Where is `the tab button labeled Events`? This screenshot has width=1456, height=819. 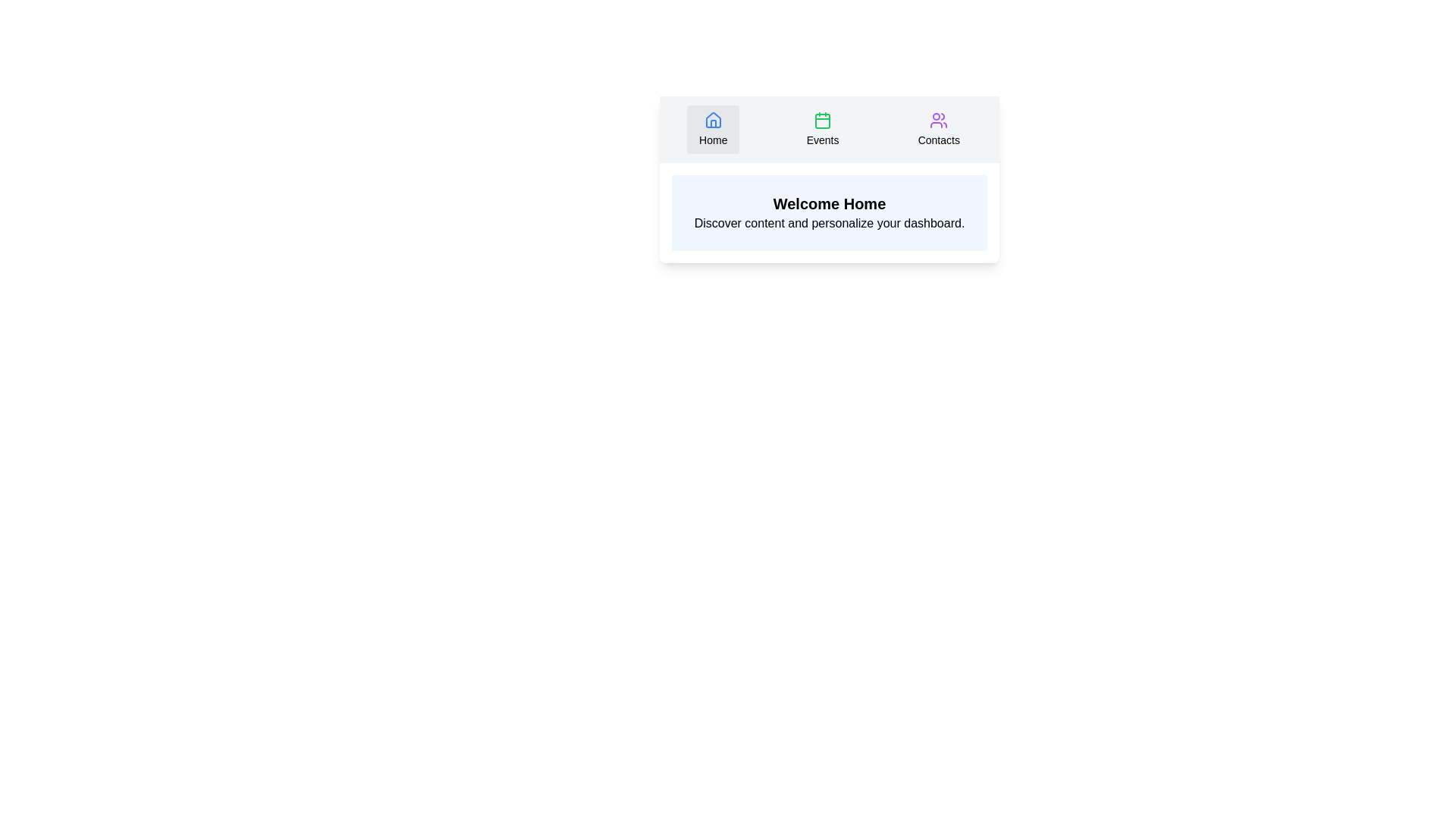 the tab button labeled Events is located at coordinates (821, 128).